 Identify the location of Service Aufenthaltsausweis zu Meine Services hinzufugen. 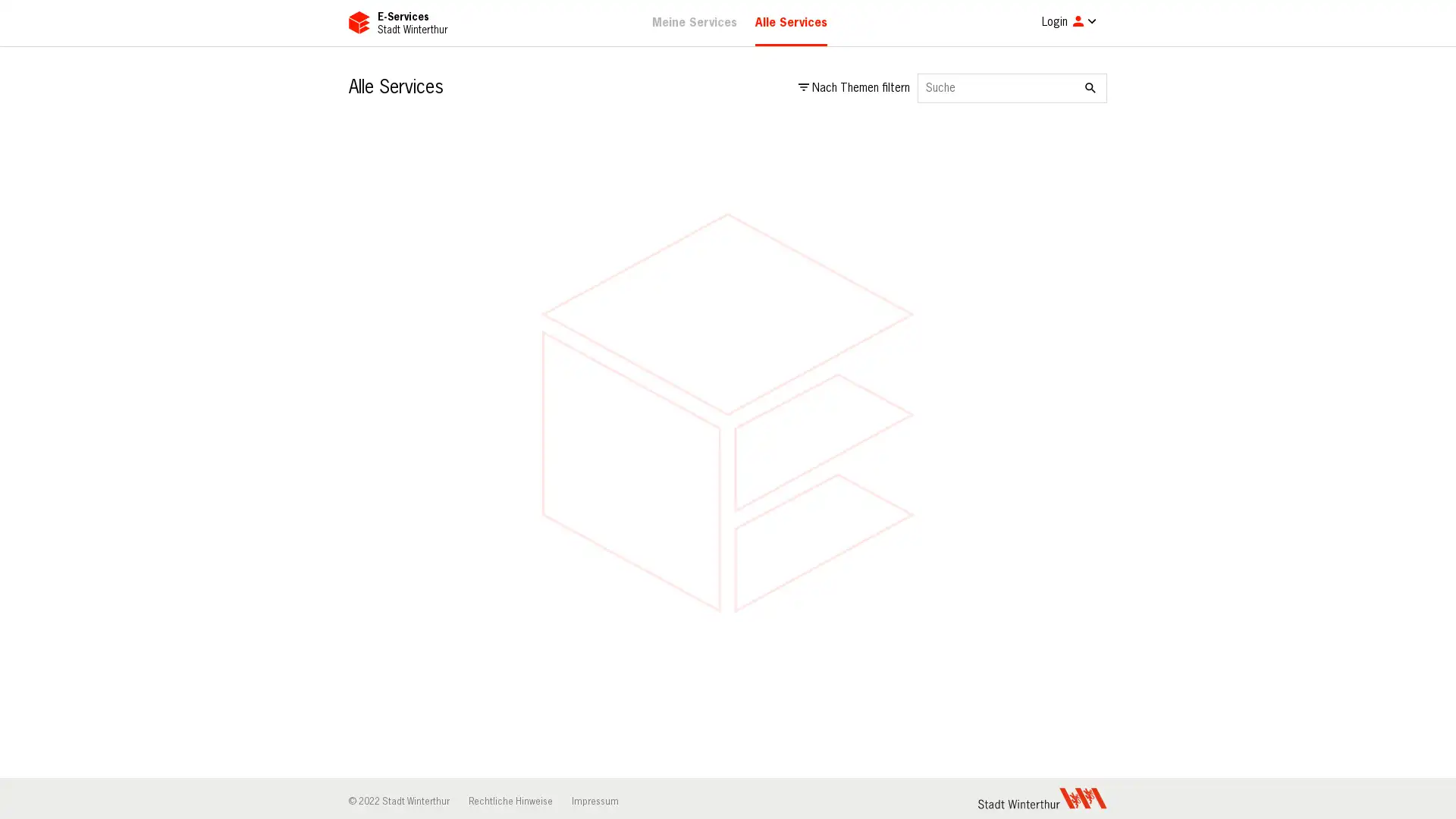
(826, 475).